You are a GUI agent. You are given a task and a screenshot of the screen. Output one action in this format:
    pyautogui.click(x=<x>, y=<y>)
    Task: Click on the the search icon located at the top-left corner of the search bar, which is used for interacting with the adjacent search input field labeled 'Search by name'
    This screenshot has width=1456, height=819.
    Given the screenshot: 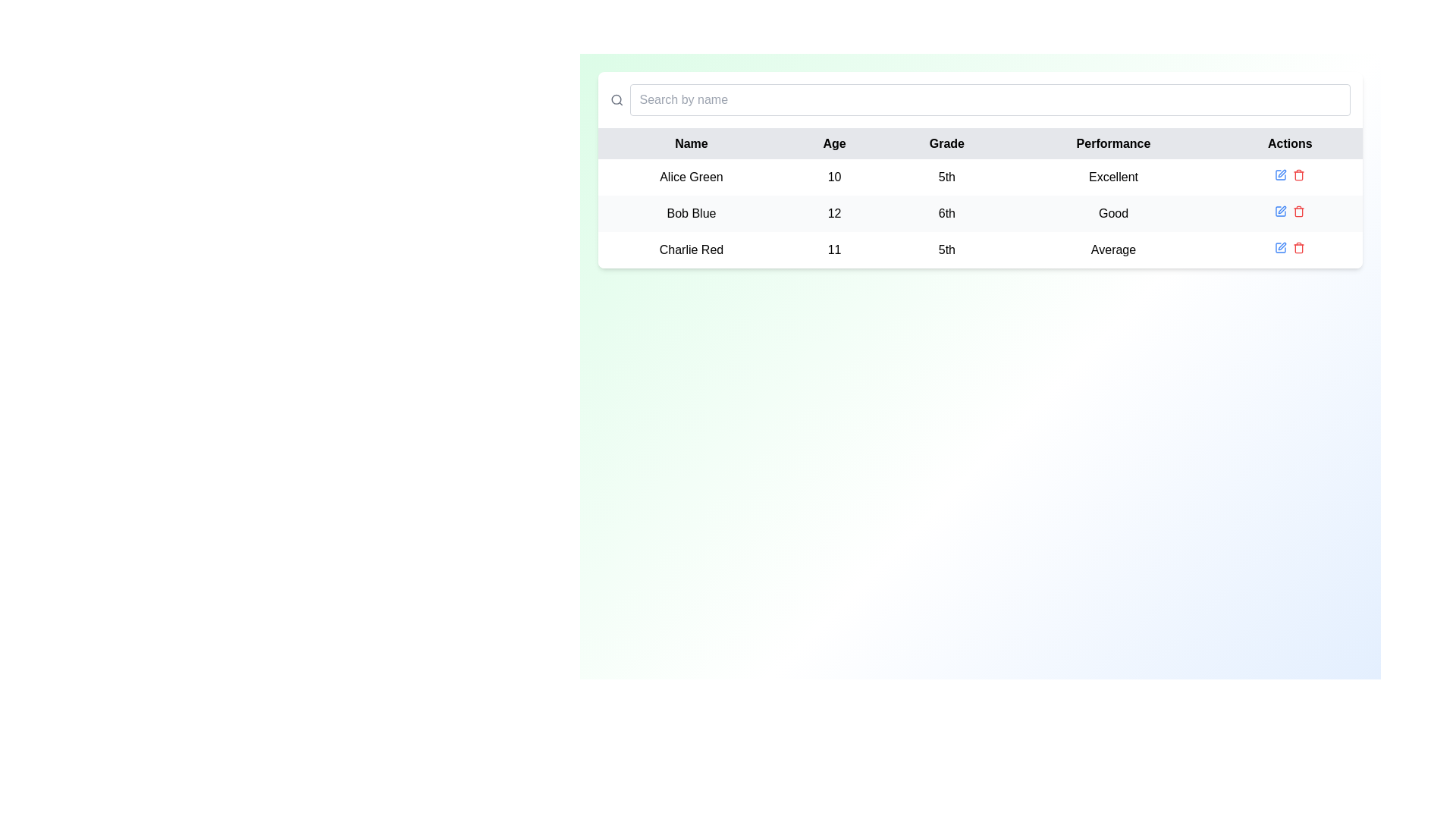 What is the action you would take?
    pyautogui.click(x=617, y=99)
    